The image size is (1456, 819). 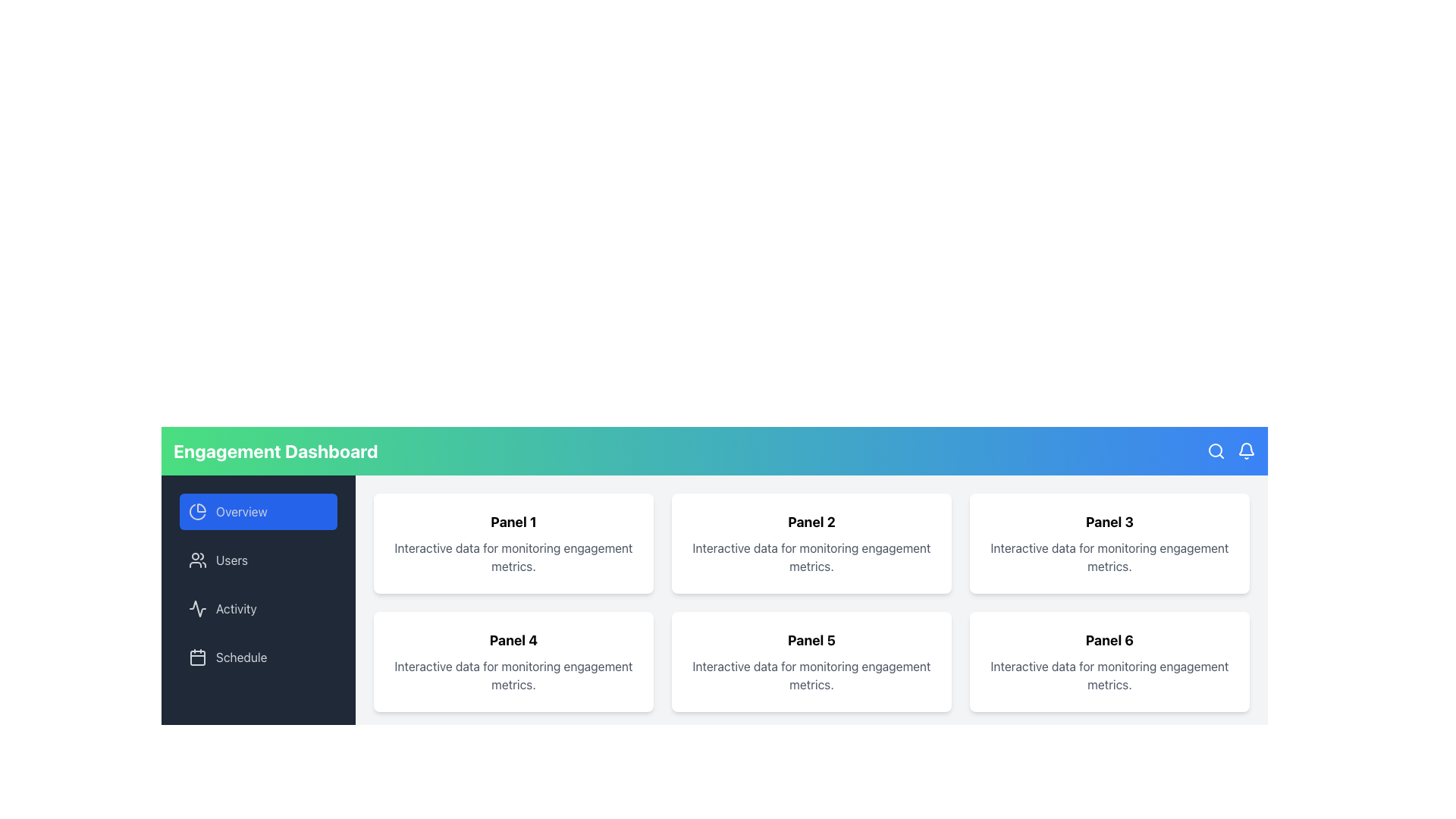 I want to click on the notification bell icon located at the top-right corner of the interface, so click(x=1246, y=450).